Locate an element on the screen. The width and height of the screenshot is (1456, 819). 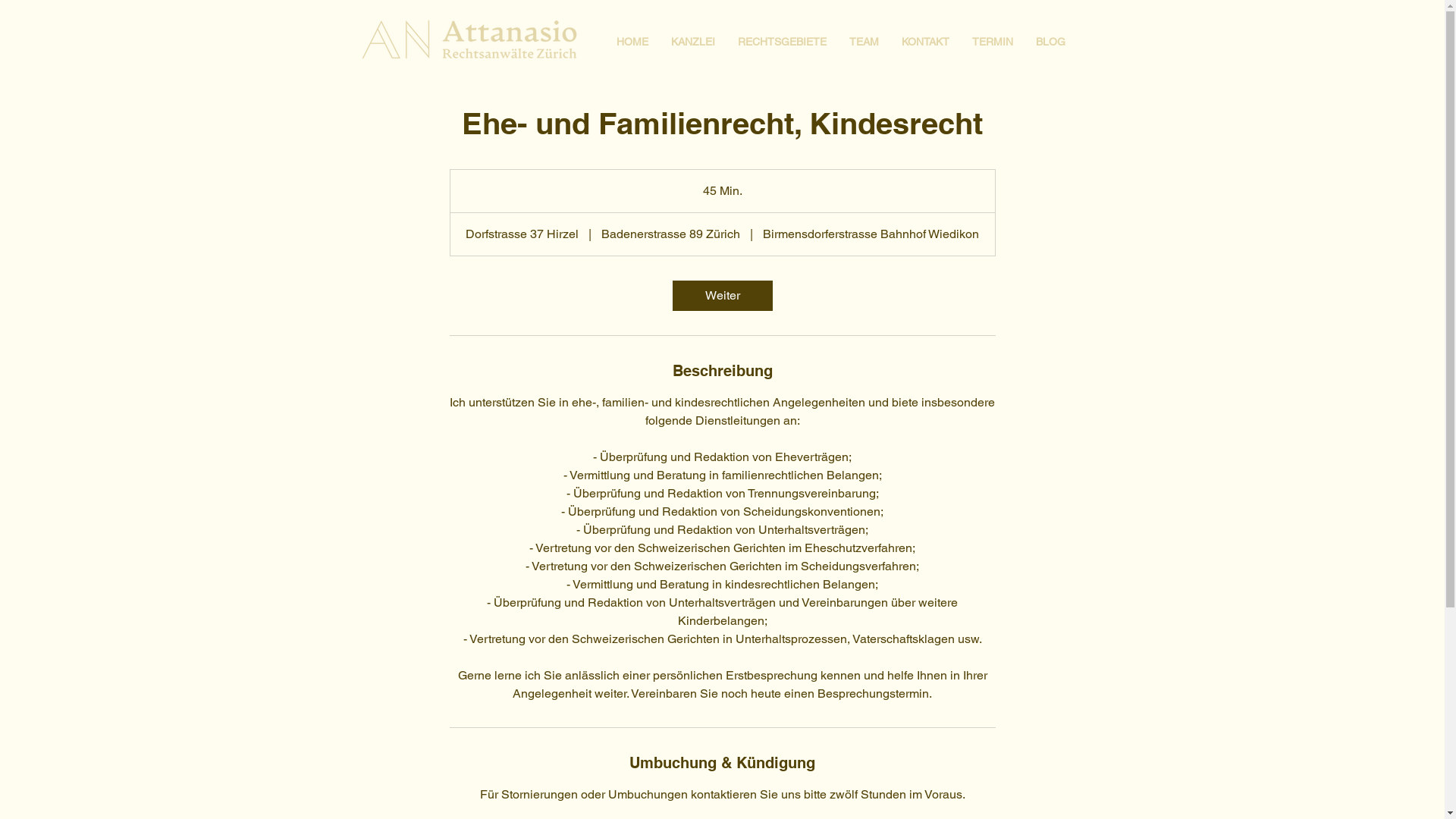
'TEAM' is located at coordinates (863, 39).